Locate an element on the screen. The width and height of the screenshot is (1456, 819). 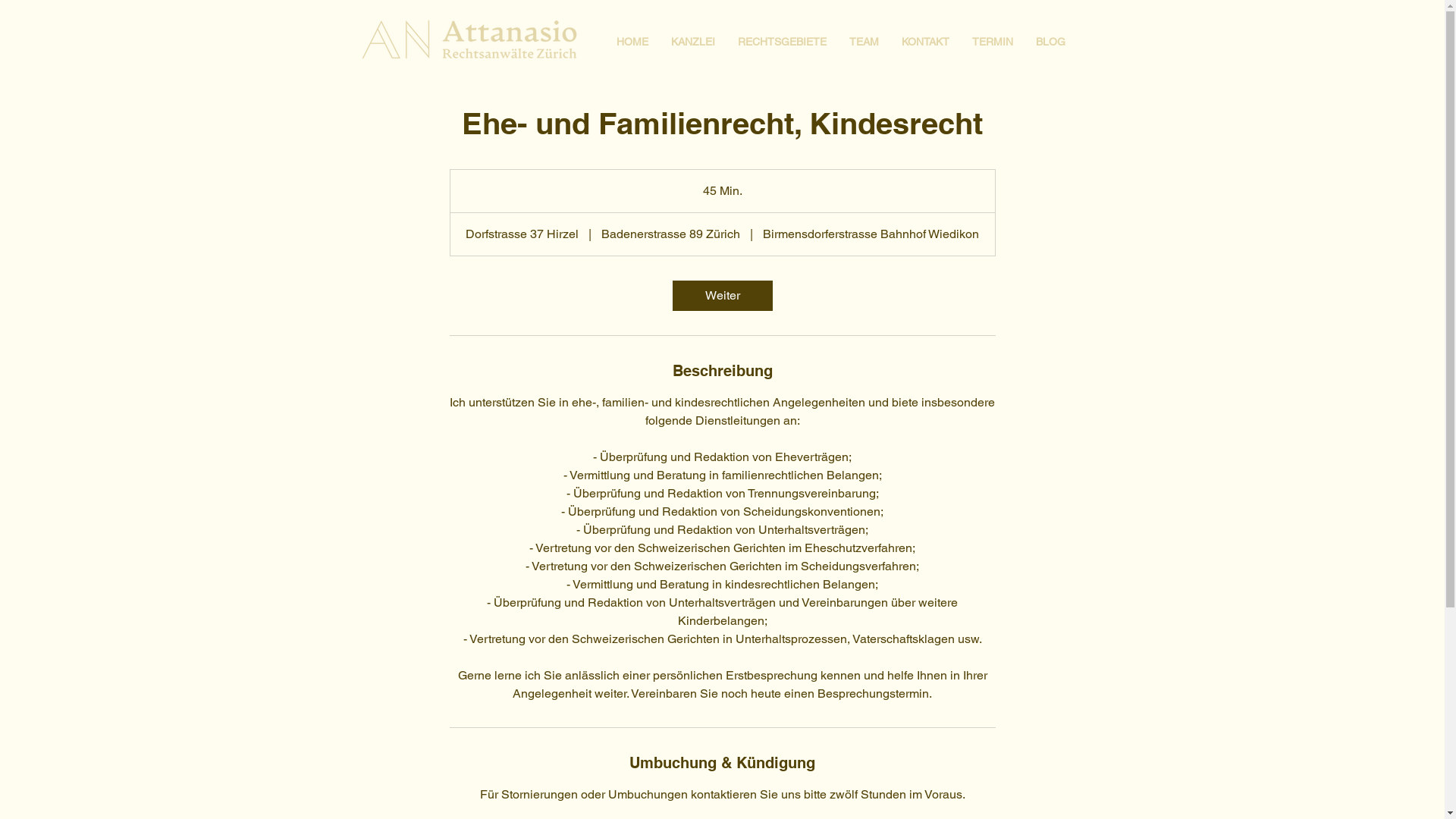
'TEAM' is located at coordinates (863, 39).